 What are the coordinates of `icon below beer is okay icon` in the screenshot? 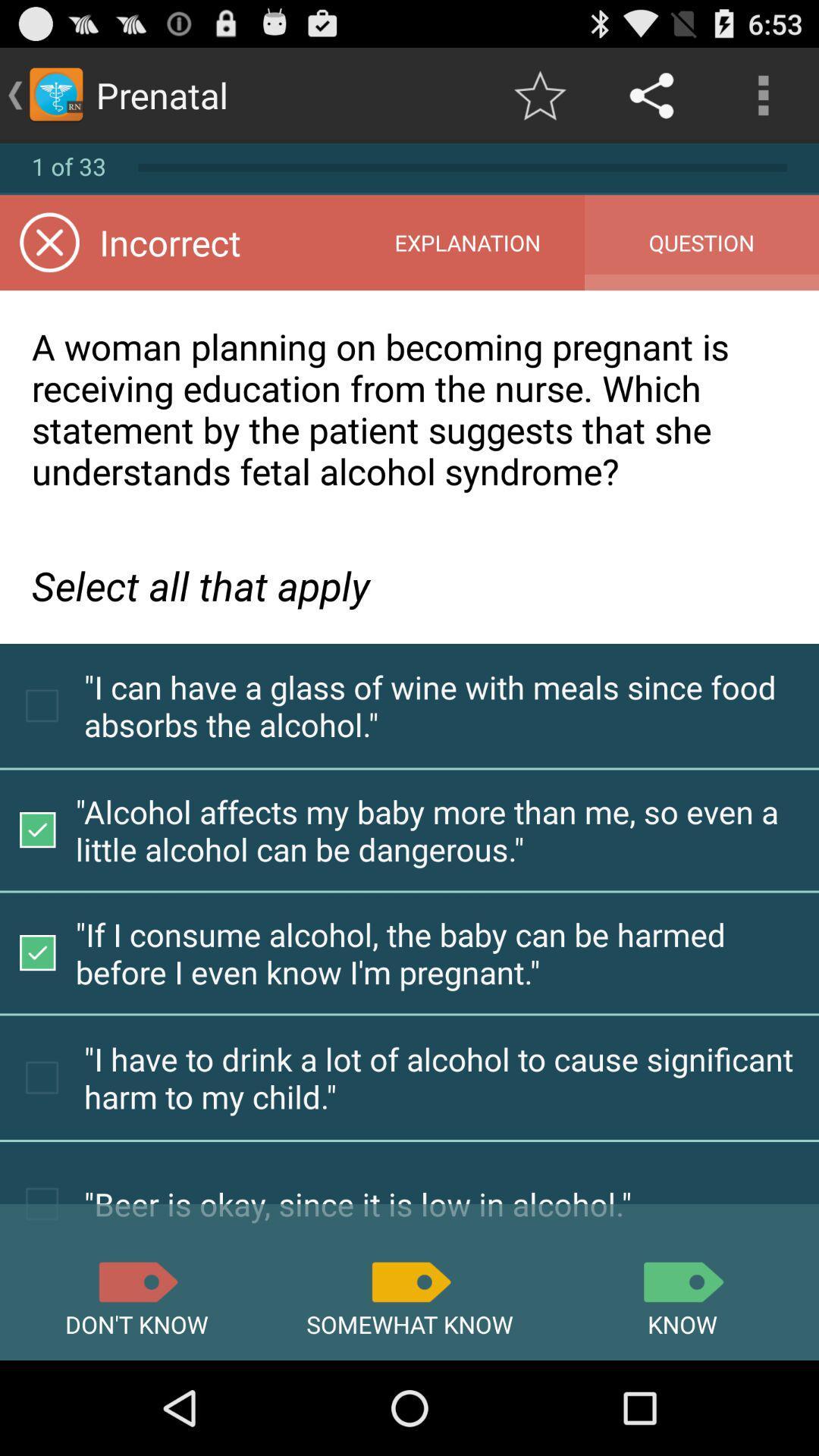 It's located at (681, 1281).